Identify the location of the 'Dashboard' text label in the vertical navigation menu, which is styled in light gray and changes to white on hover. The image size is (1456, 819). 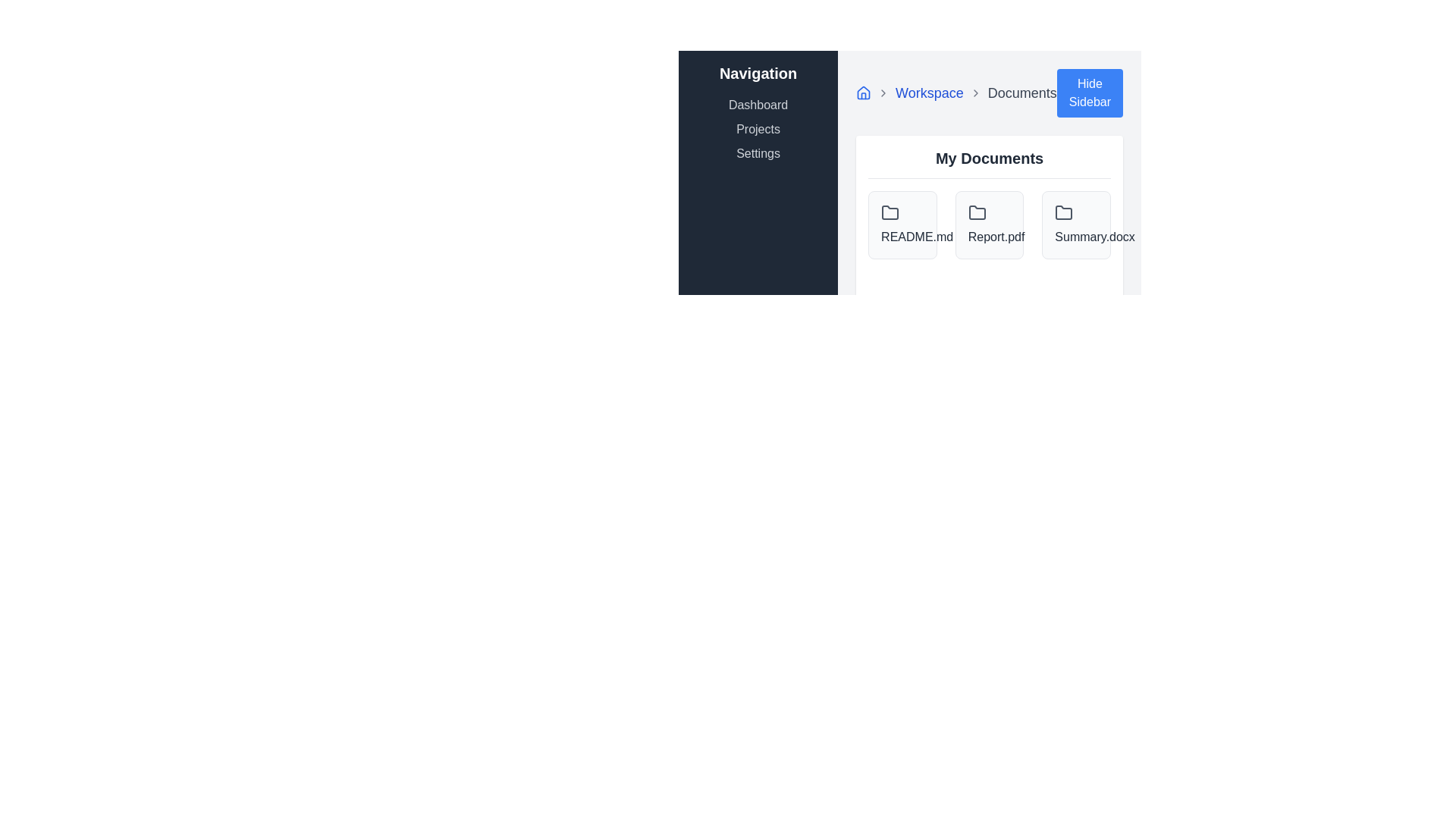
(758, 104).